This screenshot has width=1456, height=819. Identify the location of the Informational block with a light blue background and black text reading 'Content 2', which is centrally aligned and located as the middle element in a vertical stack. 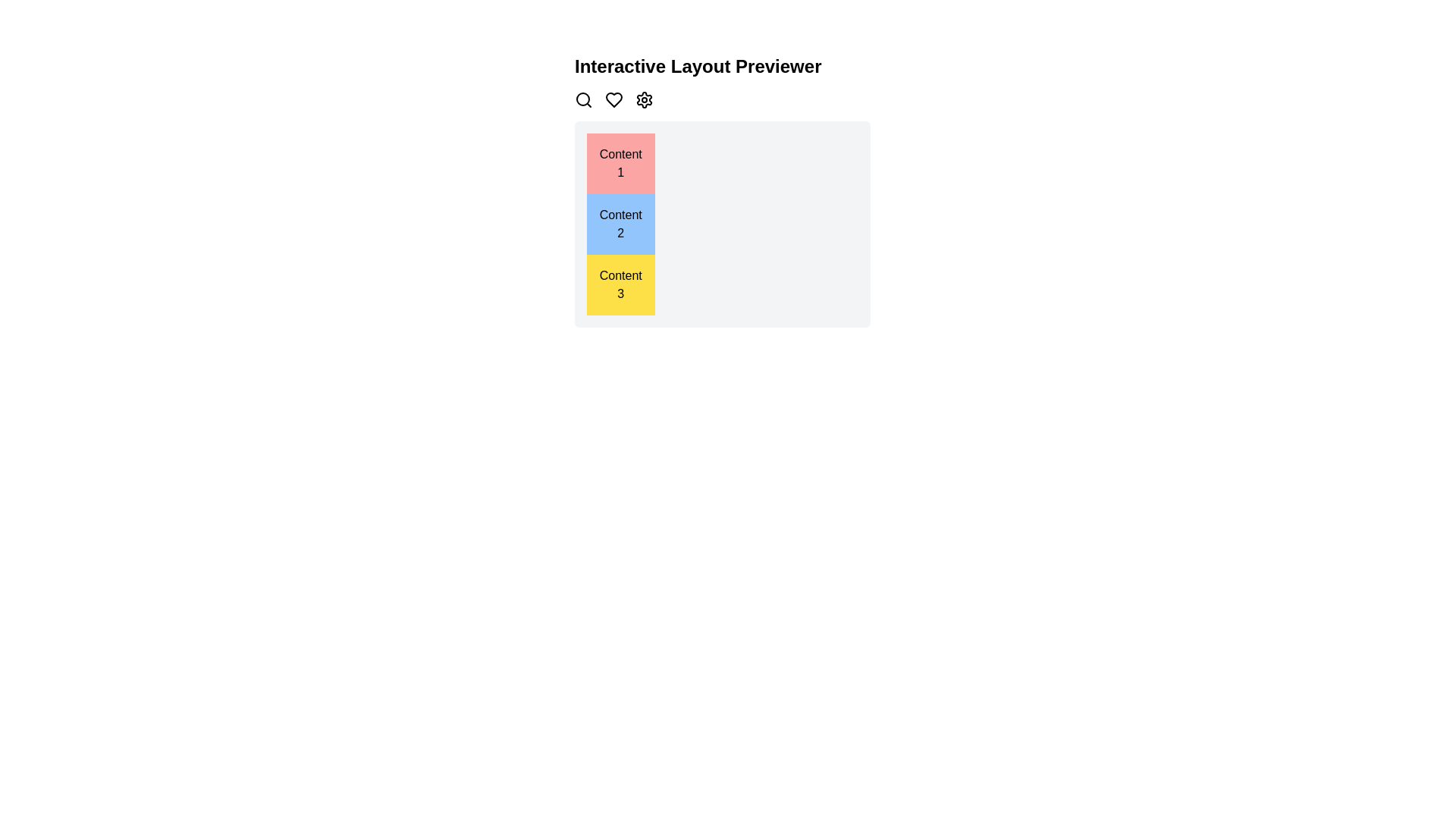
(620, 224).